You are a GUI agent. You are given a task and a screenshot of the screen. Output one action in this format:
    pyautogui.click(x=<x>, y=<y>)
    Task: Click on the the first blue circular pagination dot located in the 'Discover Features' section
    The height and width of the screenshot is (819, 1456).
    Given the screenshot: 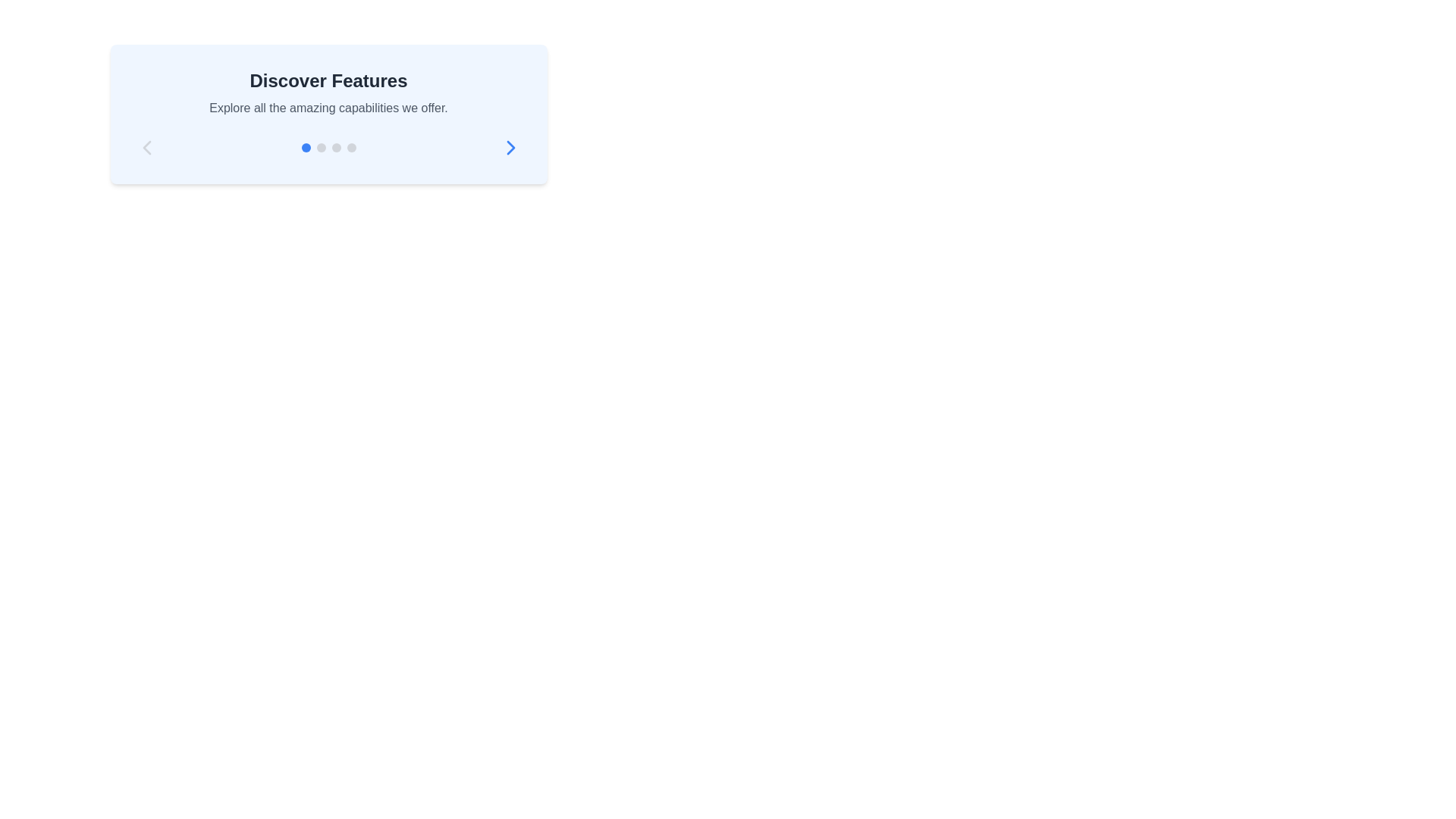 What is the action you would take?
    pyautogui.click(x=305, y=148)
    